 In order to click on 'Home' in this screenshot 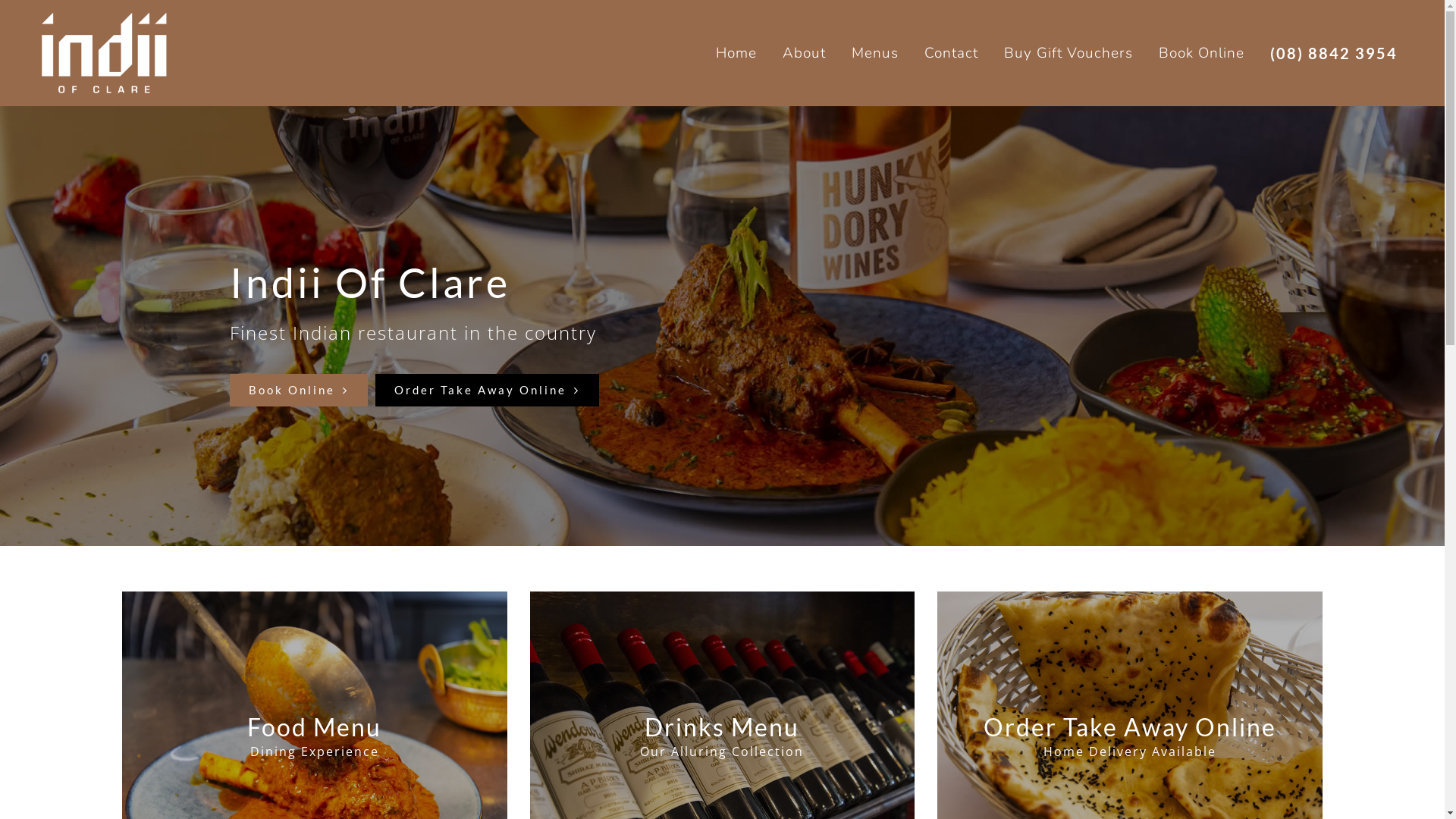, I will do `click(736, 52)`.